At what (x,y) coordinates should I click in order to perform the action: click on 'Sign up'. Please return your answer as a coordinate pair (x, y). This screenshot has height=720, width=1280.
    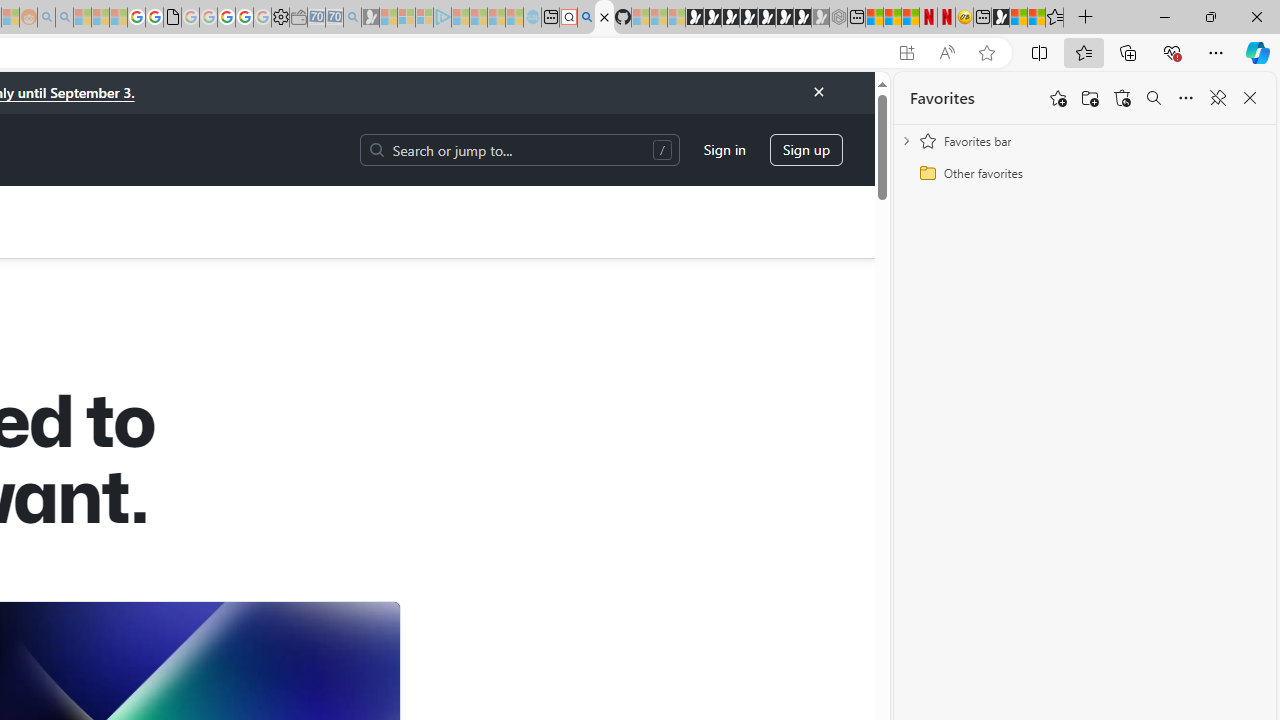
    Looking at the image, I should click on (807, 148).